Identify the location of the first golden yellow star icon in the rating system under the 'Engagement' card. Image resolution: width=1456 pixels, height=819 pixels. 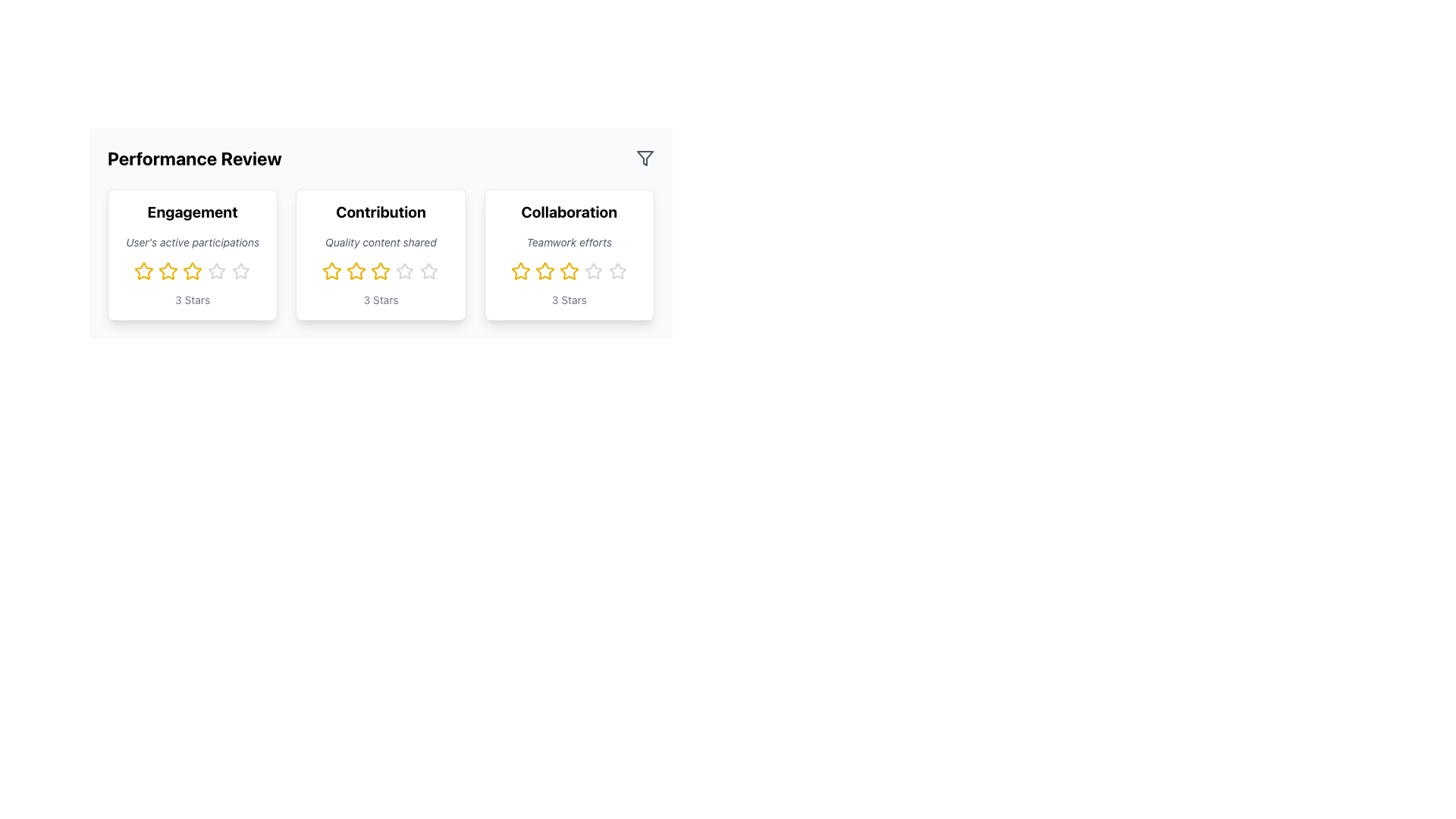
(144, 270).